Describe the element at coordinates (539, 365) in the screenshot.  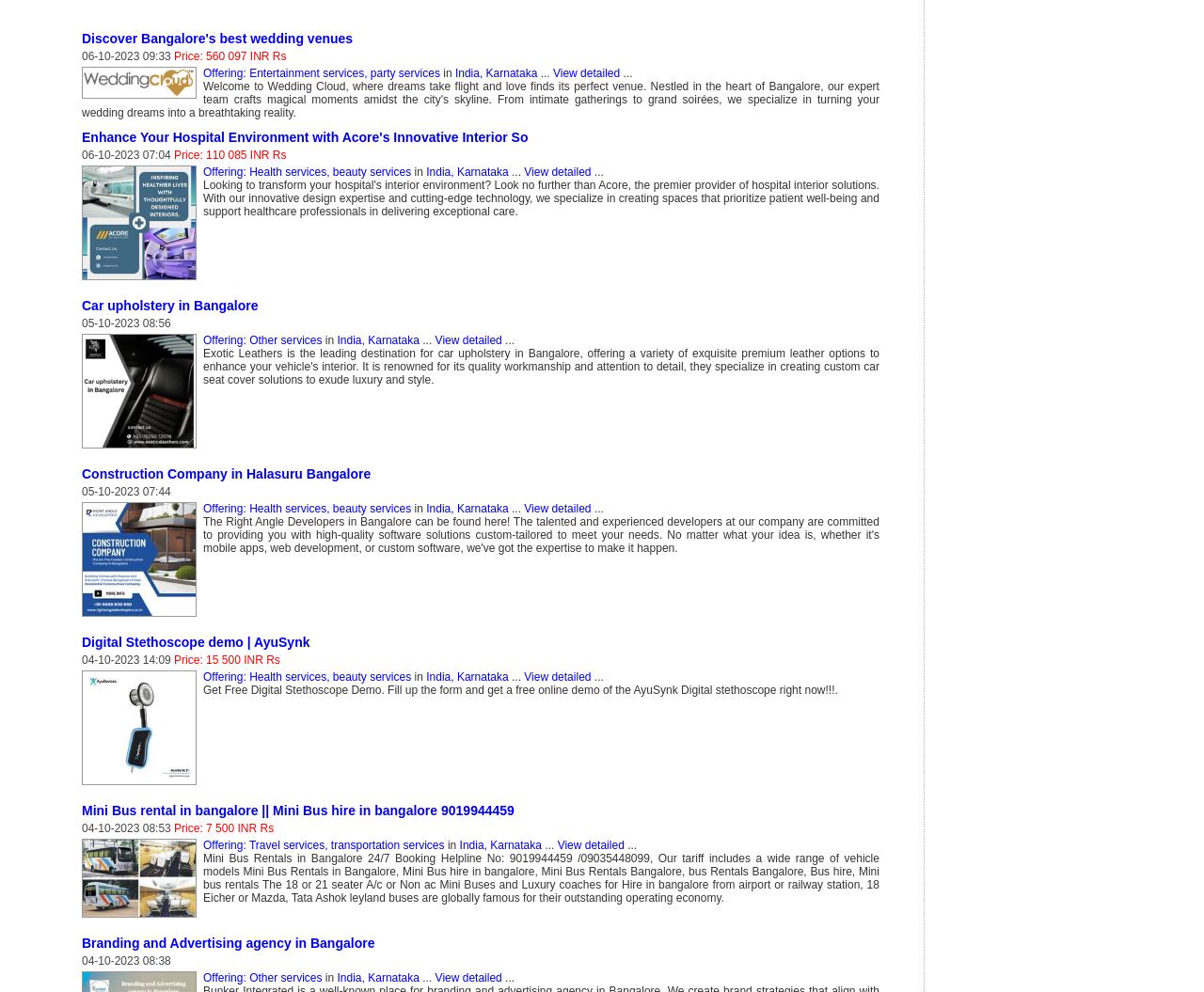
I see `'Exotic Leathers is the leading destination for car upholstery in Bangalore,  offering a variety of exquisite premium leather options to enhance your vehicle's interior. It is renowned for its quality workmanship and attention to detail,  they specialize in creating custom car seat cover solutions to exude luxury and style.'` at that location.